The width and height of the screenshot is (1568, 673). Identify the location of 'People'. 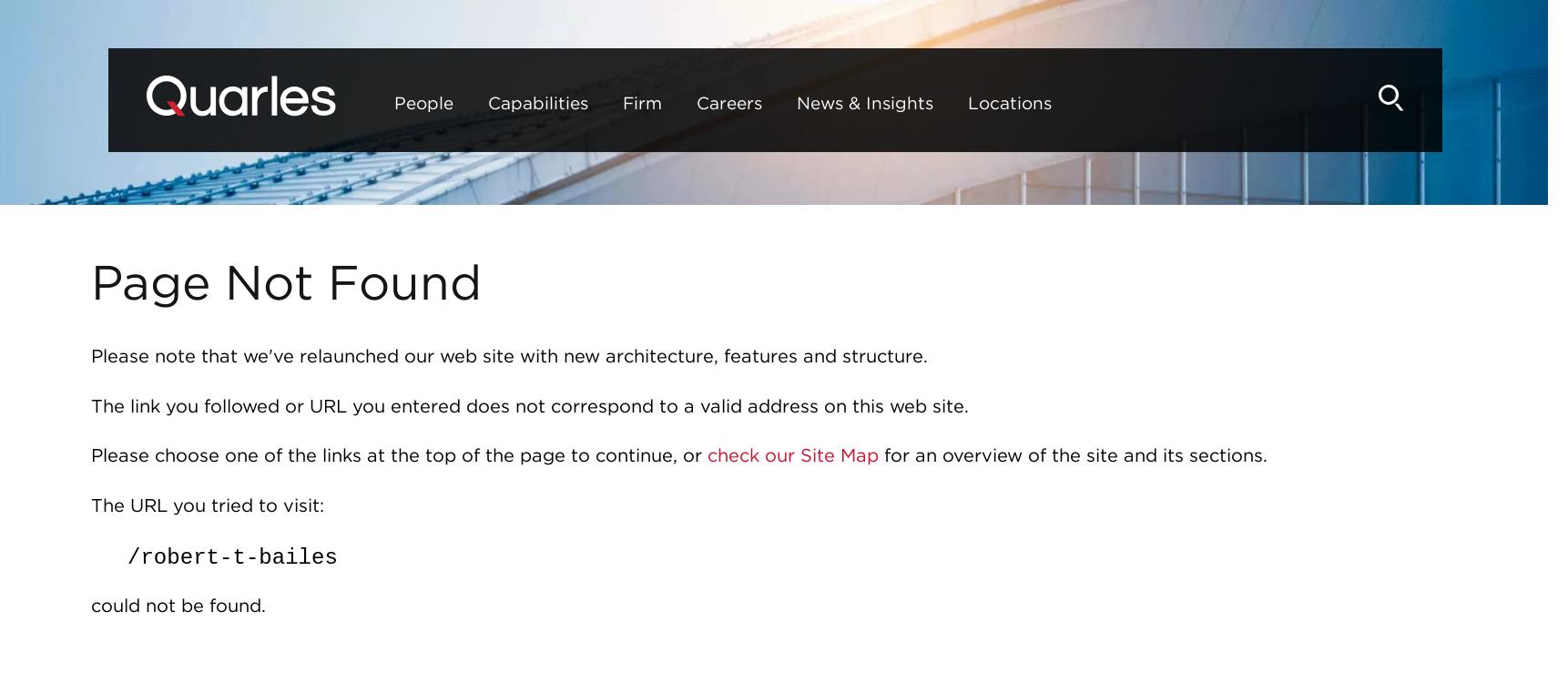
(368, 102).